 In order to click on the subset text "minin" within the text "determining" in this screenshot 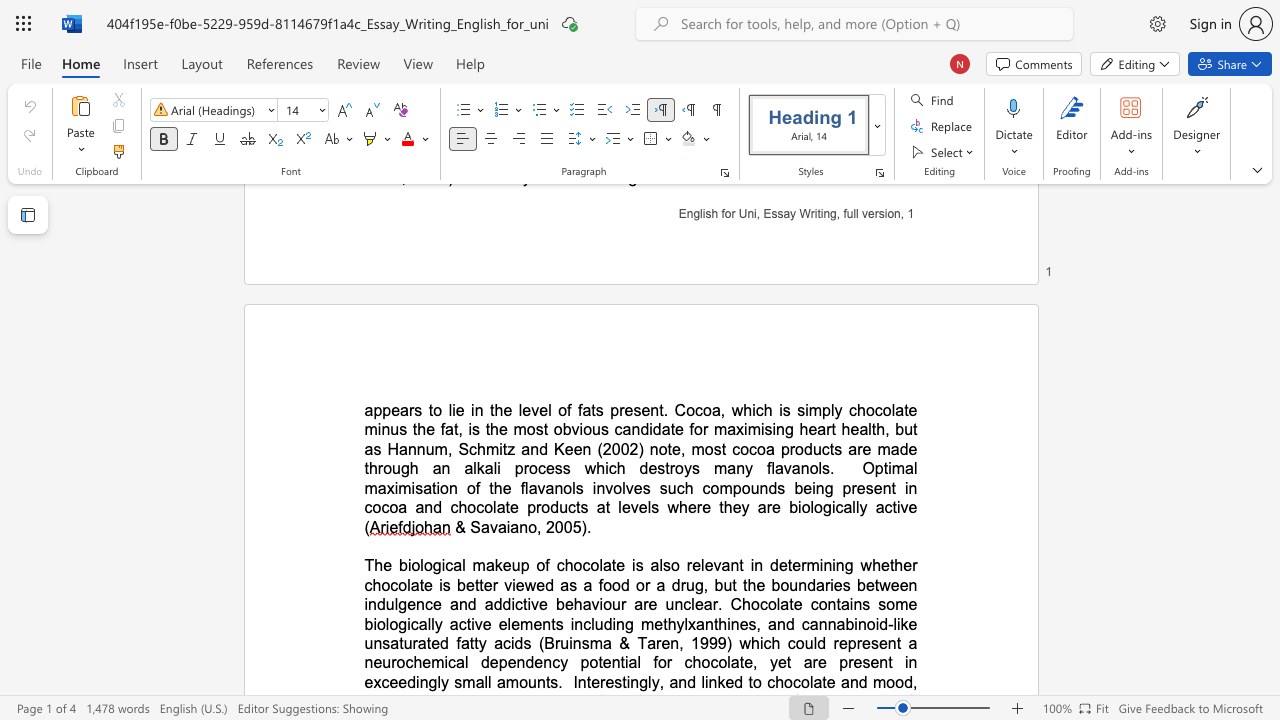, I will do `click(806, 565)`.